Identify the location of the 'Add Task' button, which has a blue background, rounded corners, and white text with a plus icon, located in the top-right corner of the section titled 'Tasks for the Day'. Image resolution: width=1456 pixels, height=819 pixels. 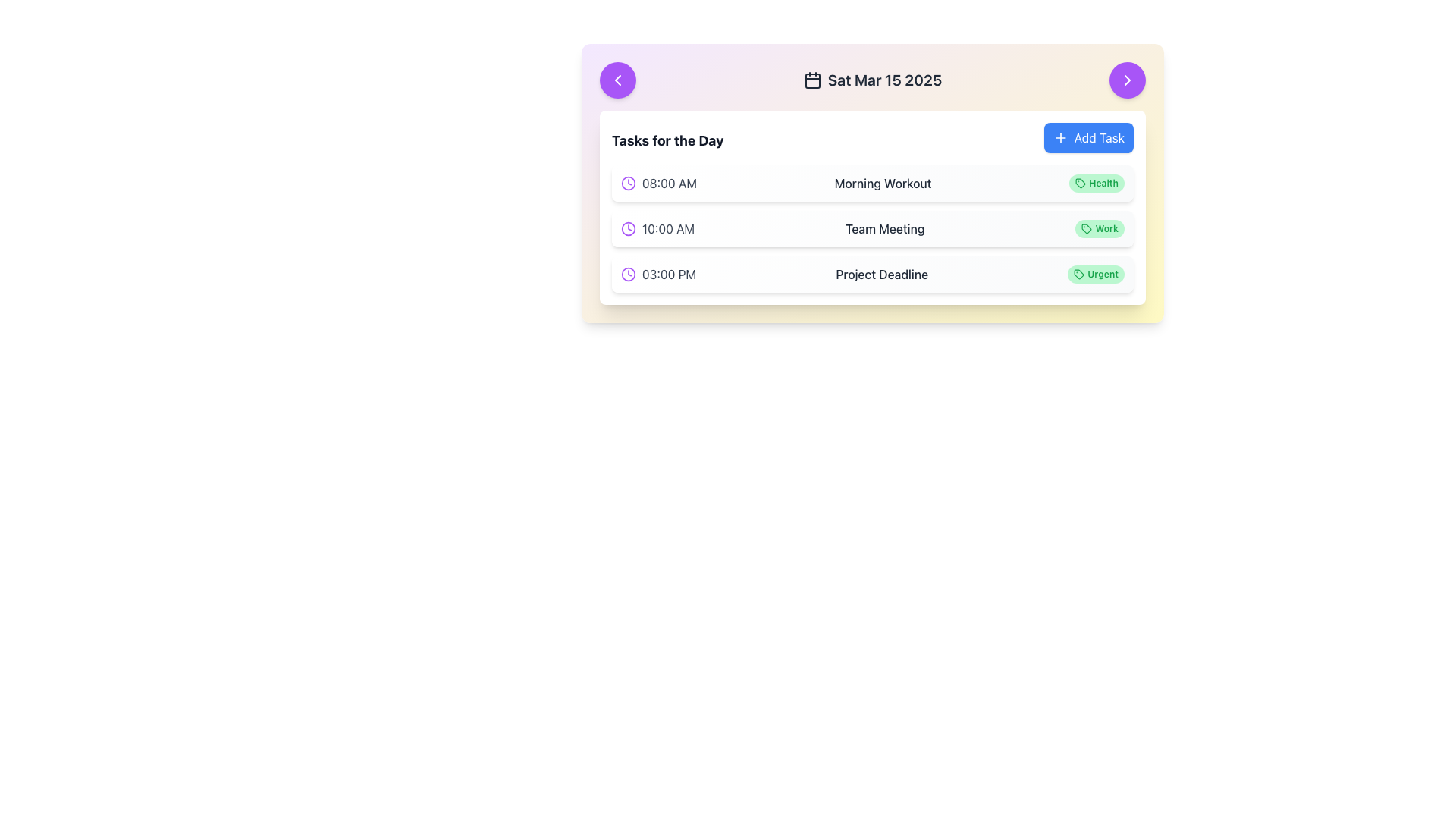
(1087, 137).